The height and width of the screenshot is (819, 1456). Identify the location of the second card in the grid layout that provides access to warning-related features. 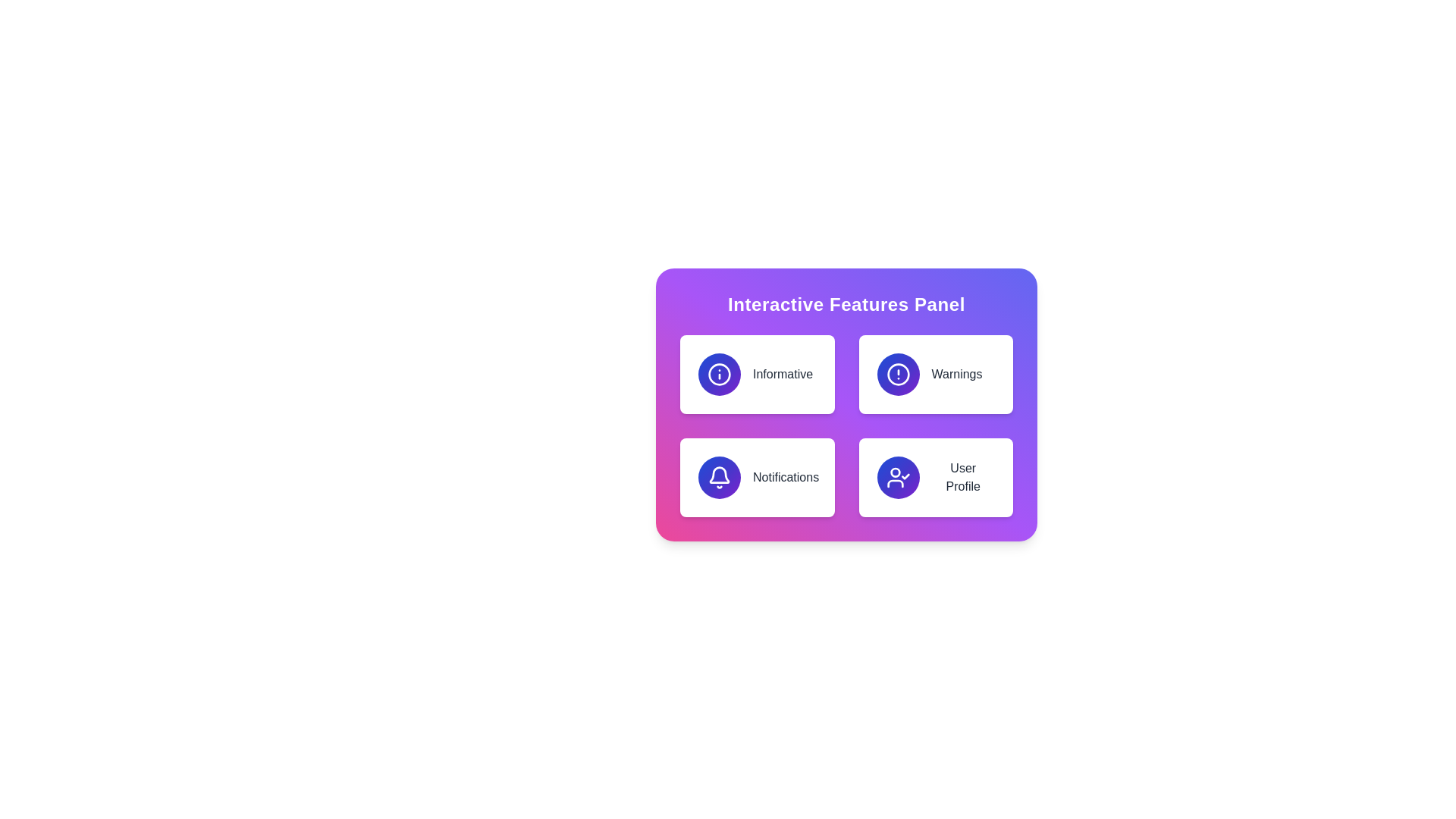
(934, 374).